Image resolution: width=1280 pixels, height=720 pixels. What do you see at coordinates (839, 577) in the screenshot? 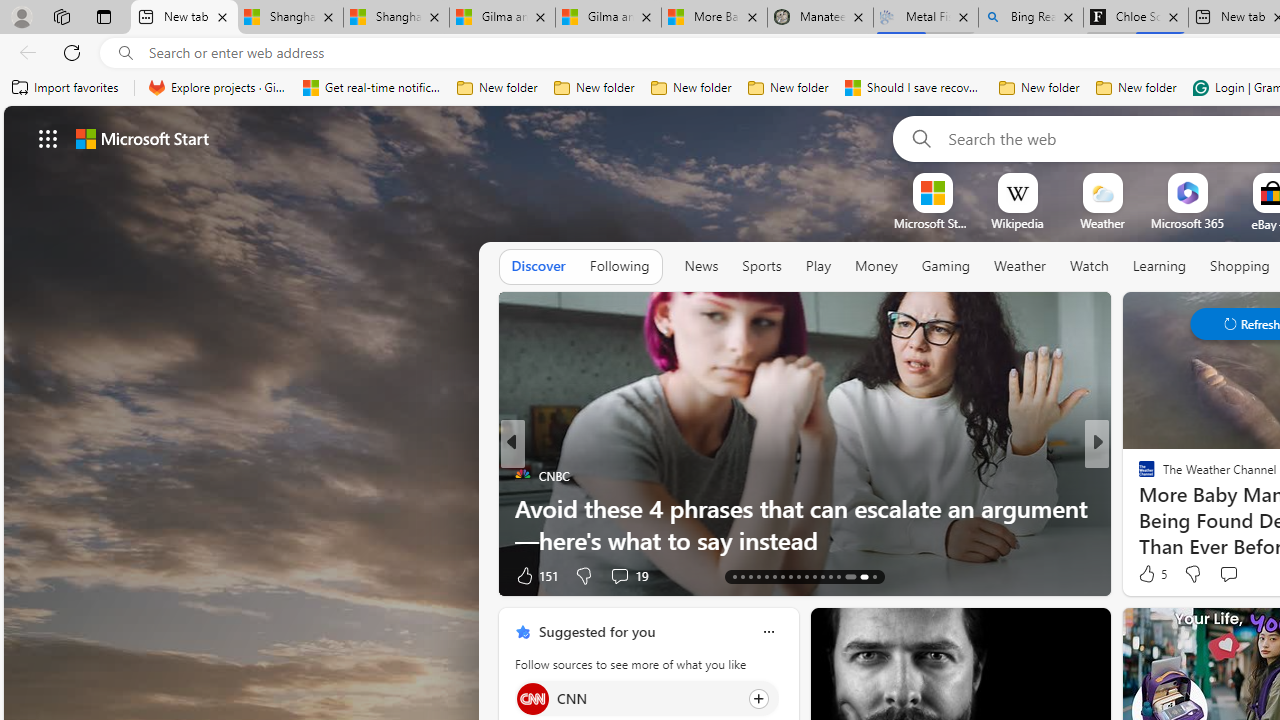
I see `'AutomationID: tab-39'` at bounding box center [839, 577].